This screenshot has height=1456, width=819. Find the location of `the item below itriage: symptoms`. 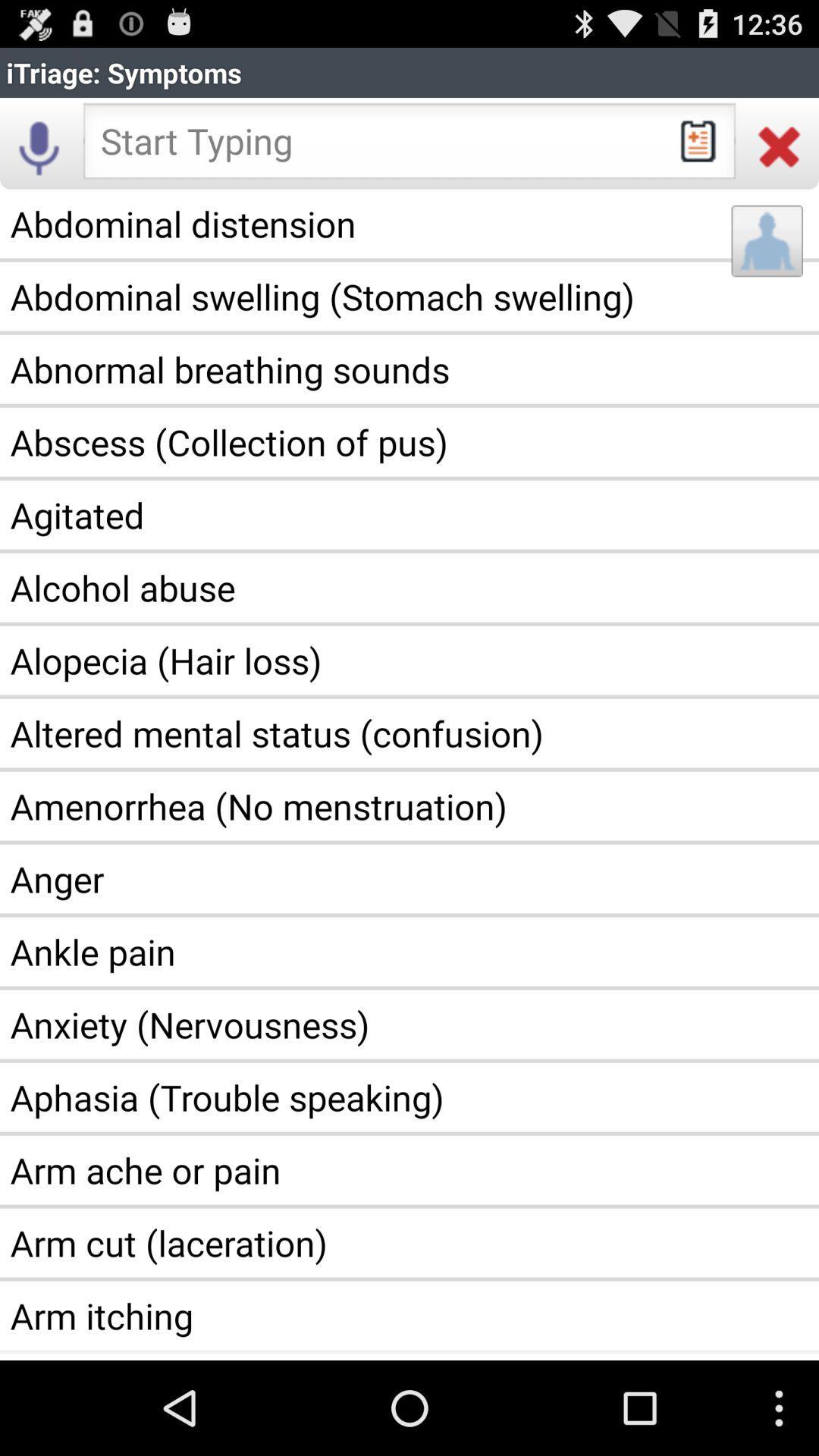

the item below itriage: symptoms is located at coordinates (39, 146).